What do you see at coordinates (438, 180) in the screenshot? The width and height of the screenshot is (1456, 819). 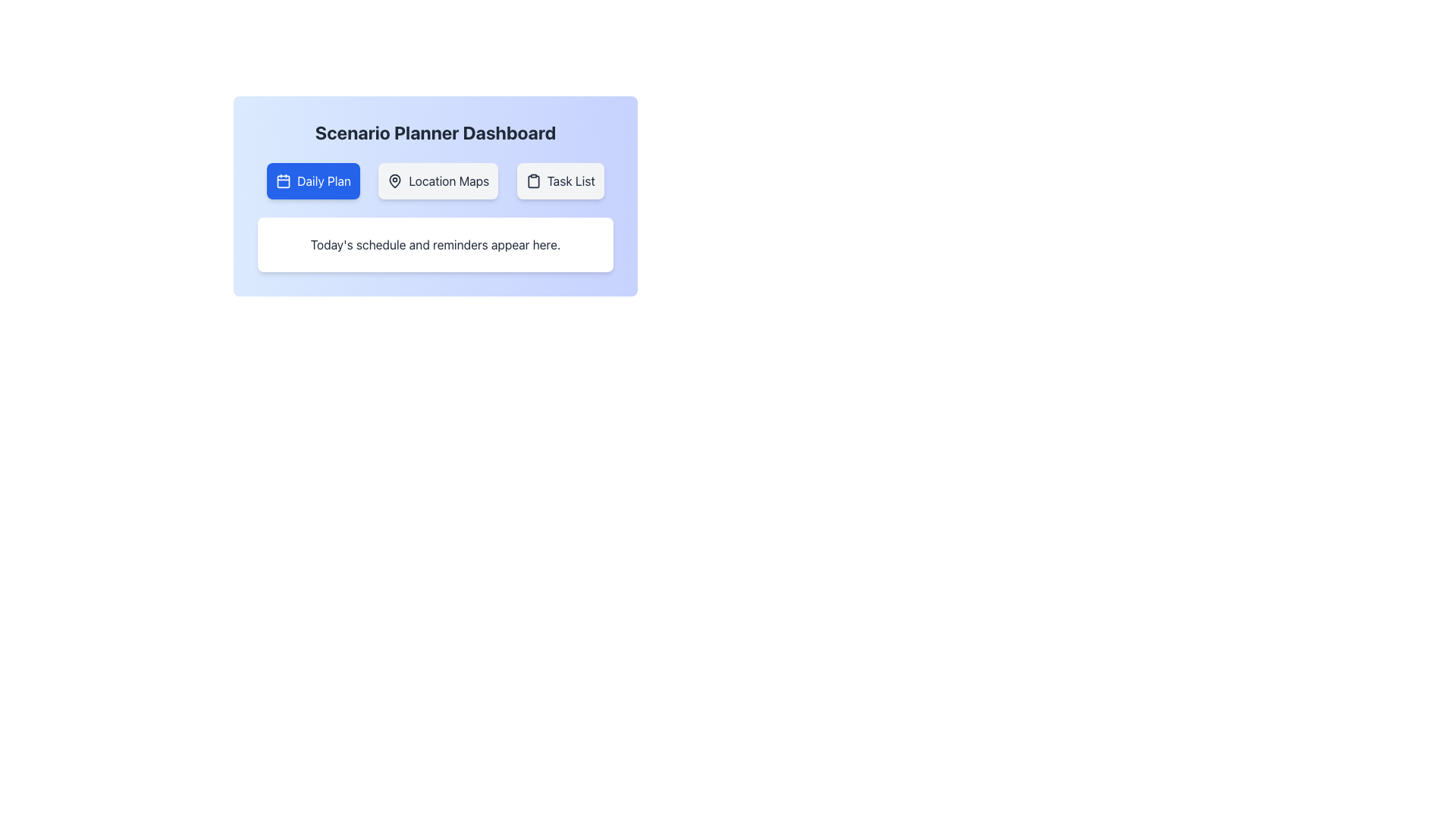 I see `the second button from the left in the button group` at bounding box center [438, 180].